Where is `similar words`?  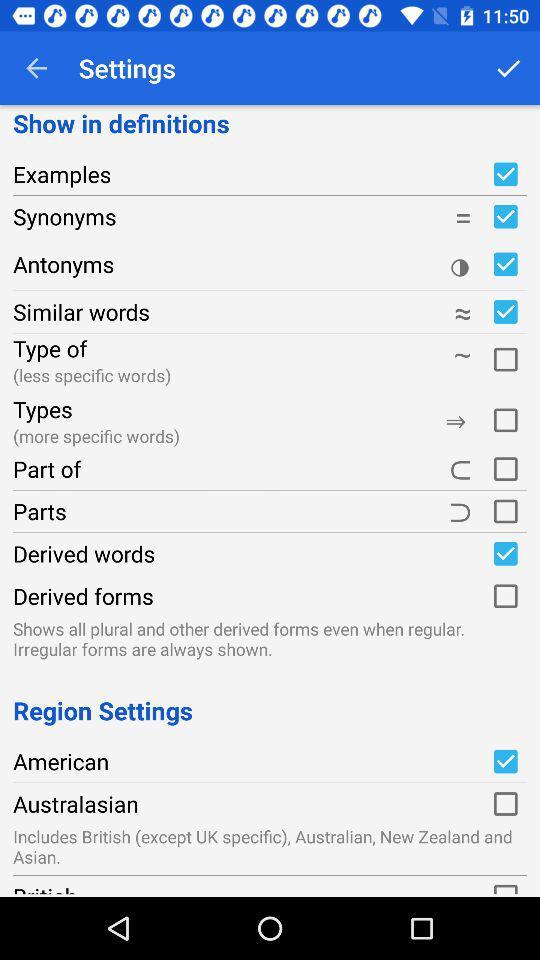
similar words is located at coordinates (504, 312).